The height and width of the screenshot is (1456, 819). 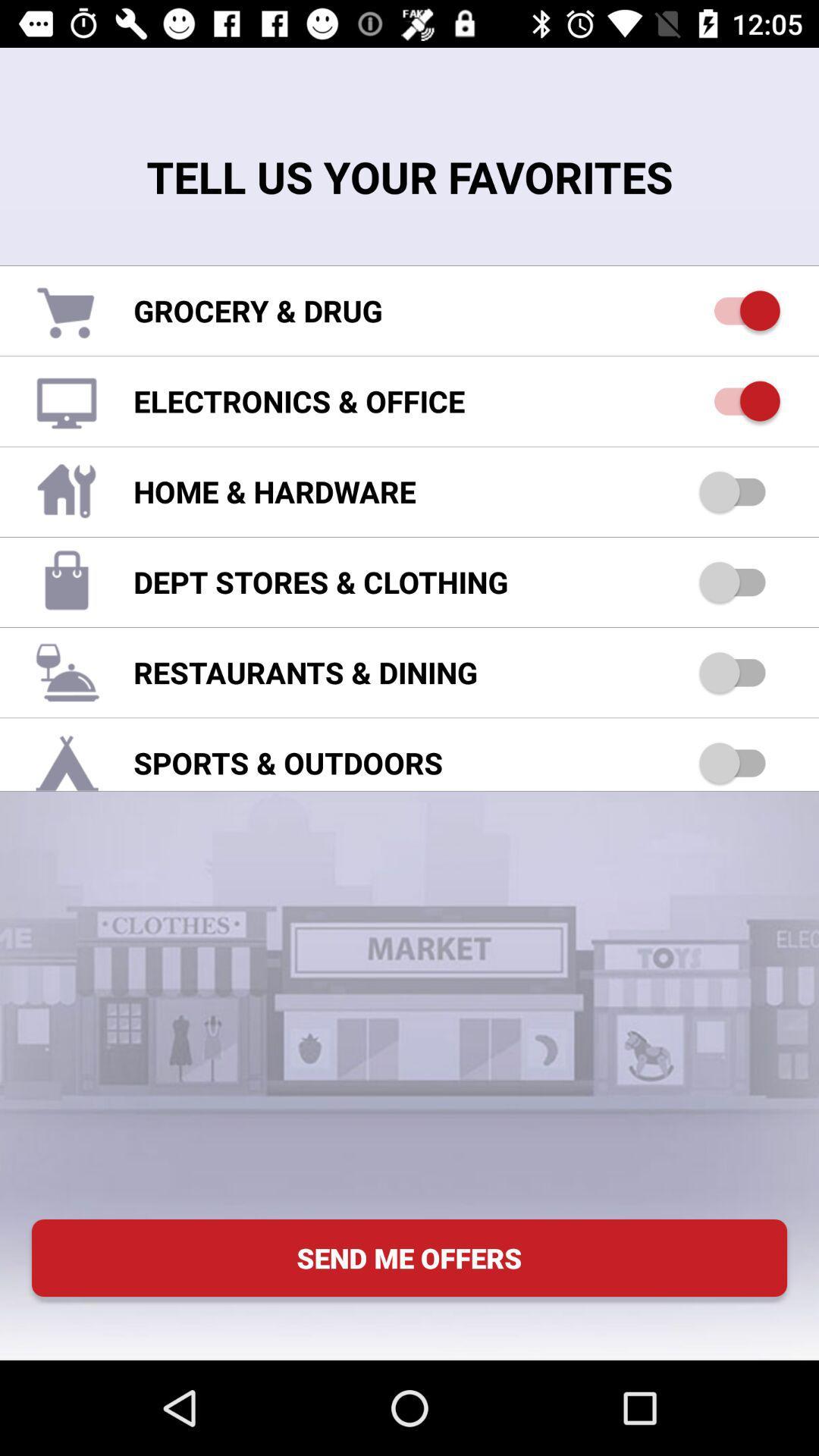 What do you see at coordinates (739, 401) in the screenshot?
I see `electronics office` at bounding box center [739, 401].